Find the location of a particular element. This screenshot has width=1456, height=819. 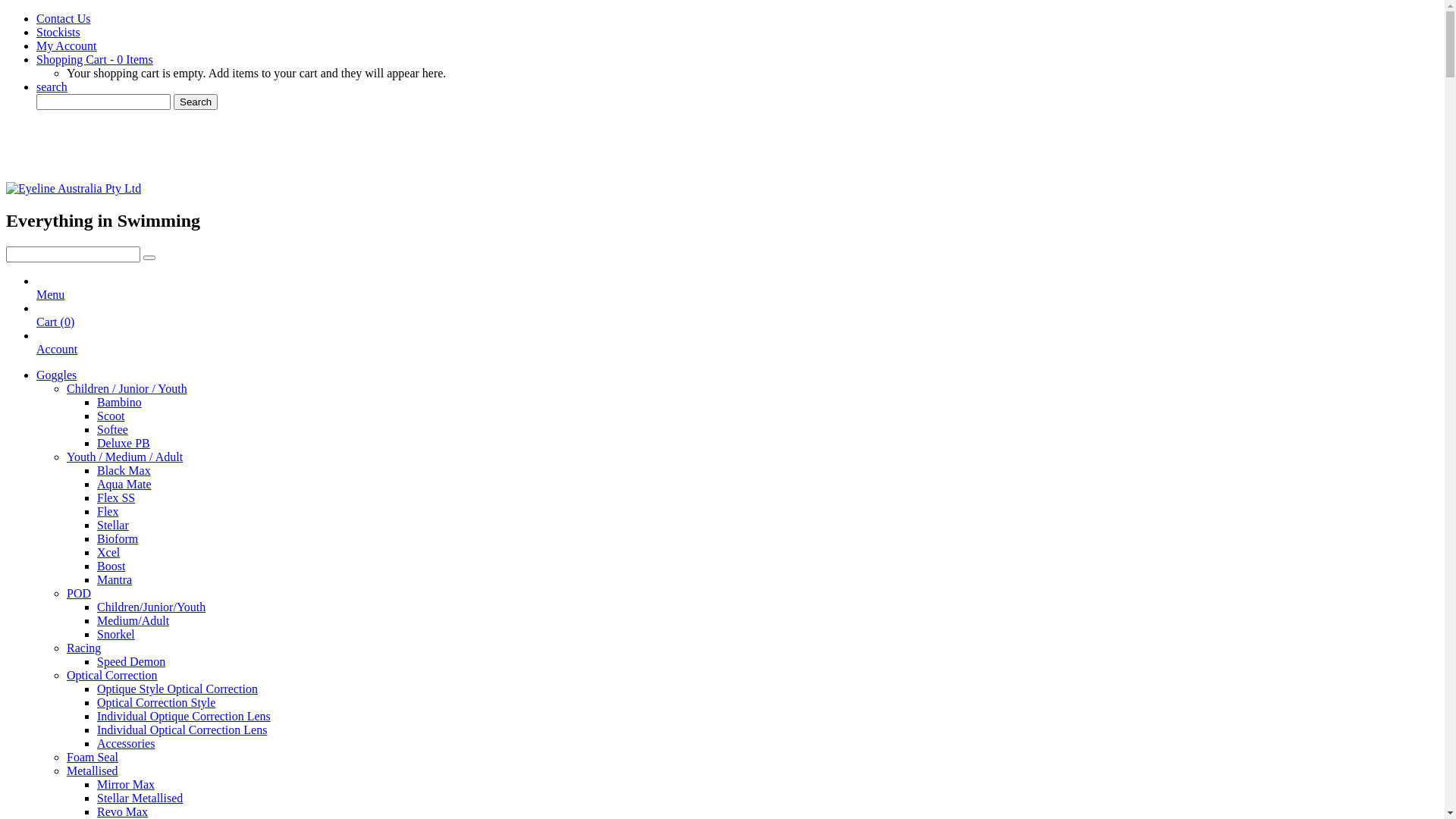

'Flex' is located at coordinates (96, 511).